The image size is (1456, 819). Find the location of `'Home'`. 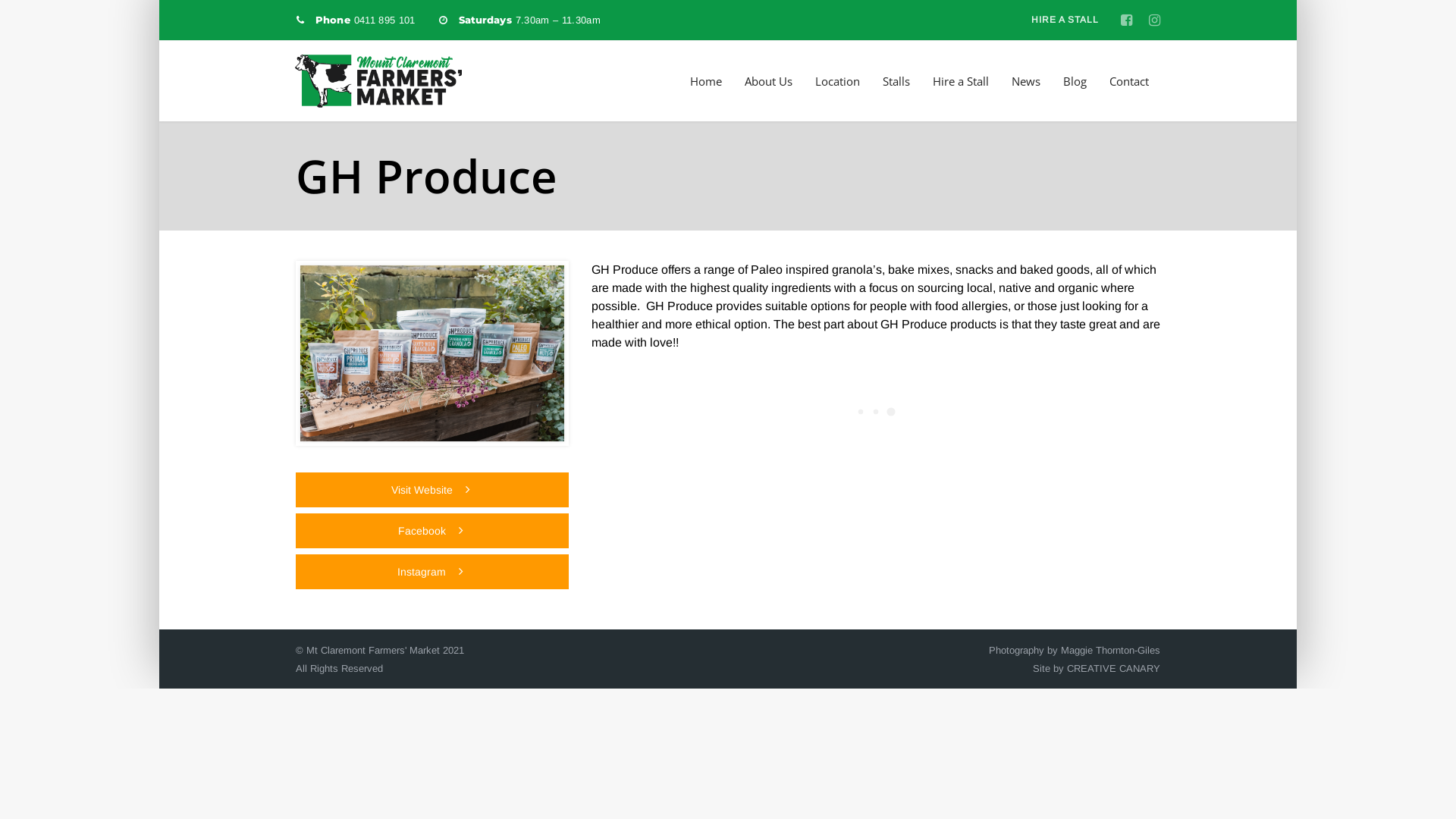

'Home' is located at coordinates (705, 81).